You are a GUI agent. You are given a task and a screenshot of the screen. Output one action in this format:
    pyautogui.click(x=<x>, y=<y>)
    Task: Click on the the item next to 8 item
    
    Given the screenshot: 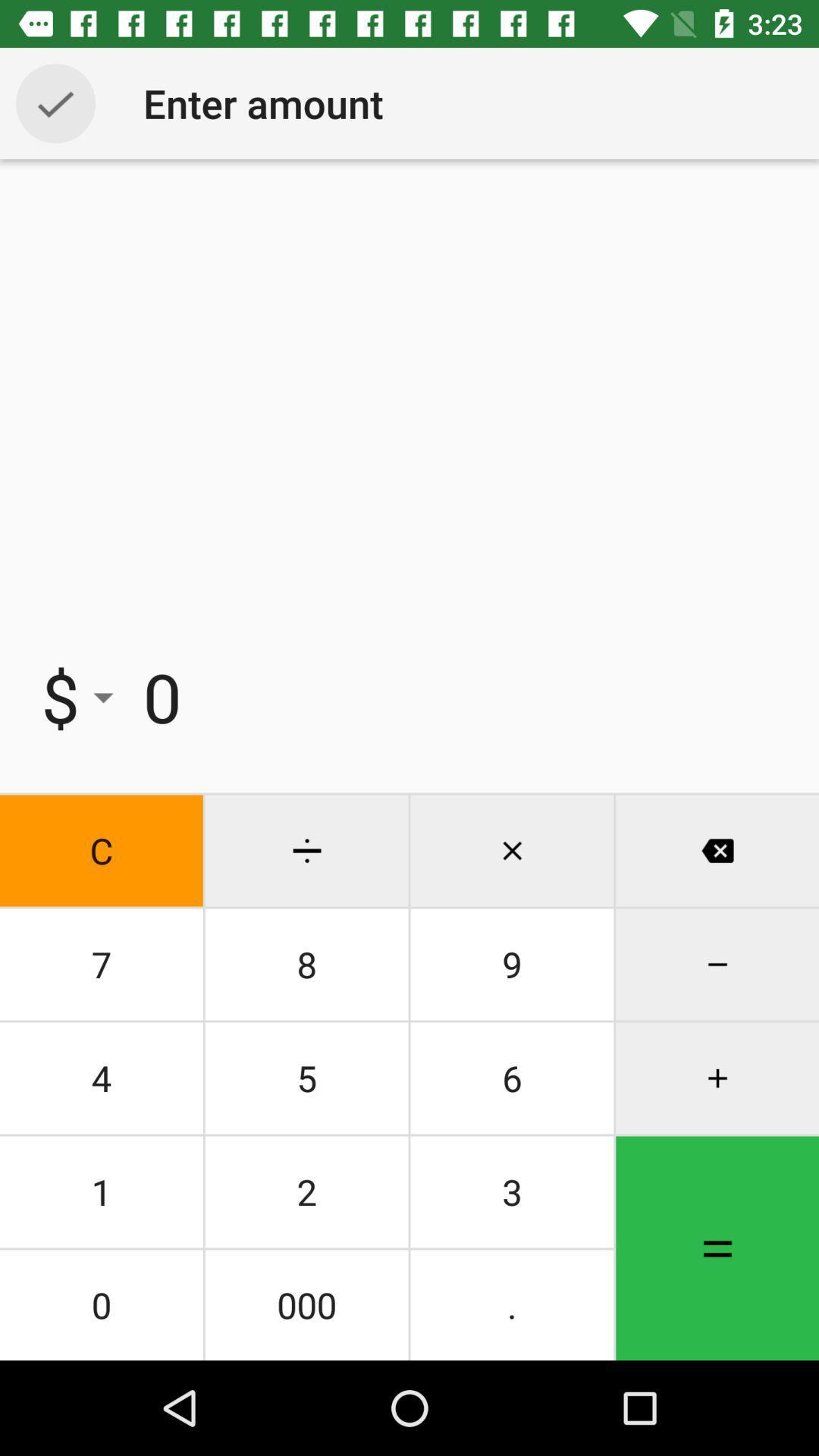 What is the action you would take?
    pyautogui.click(x=512, y=1077)
    